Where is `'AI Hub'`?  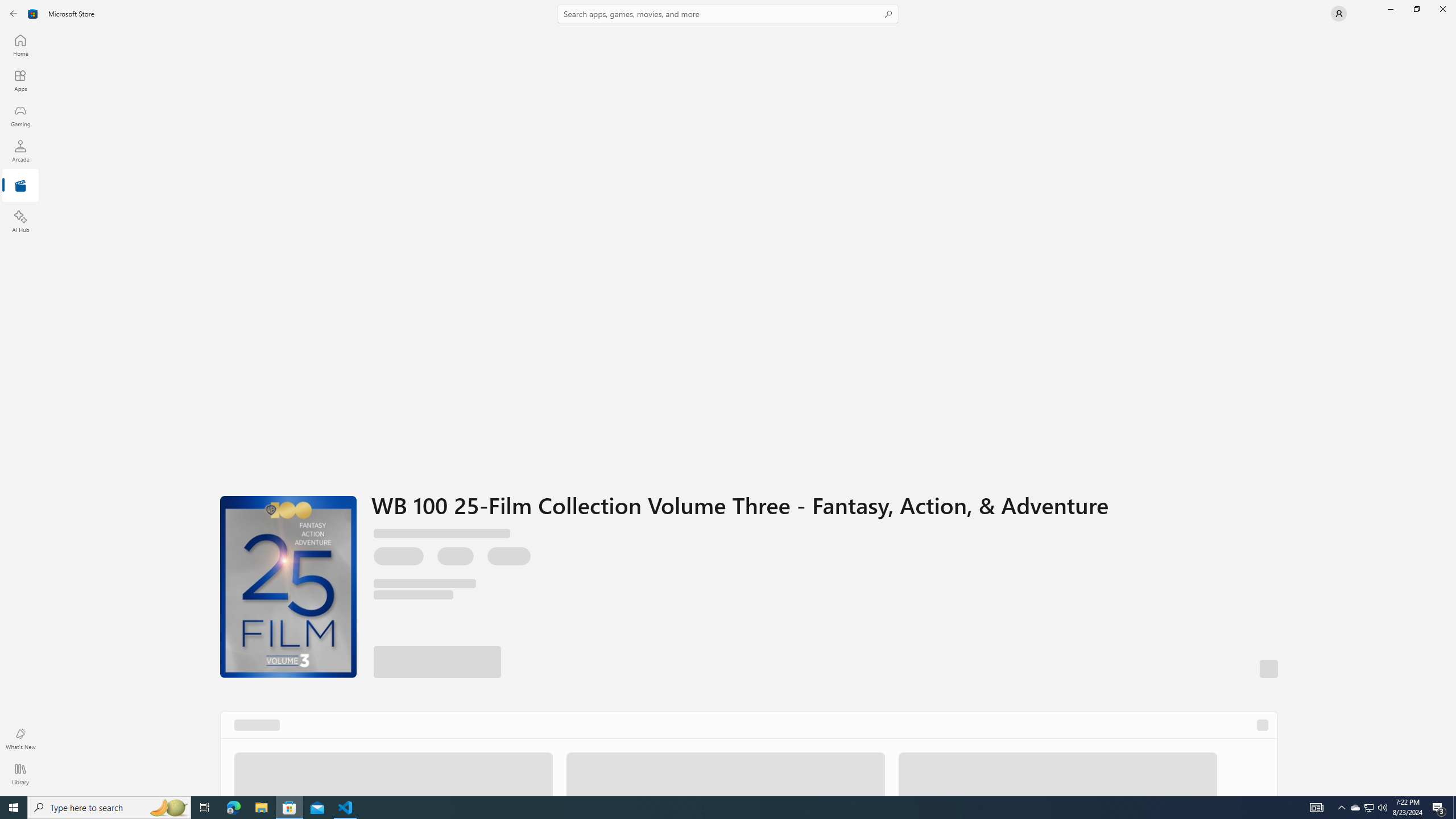 'AI Hub' is located at coordinates (19, 221).